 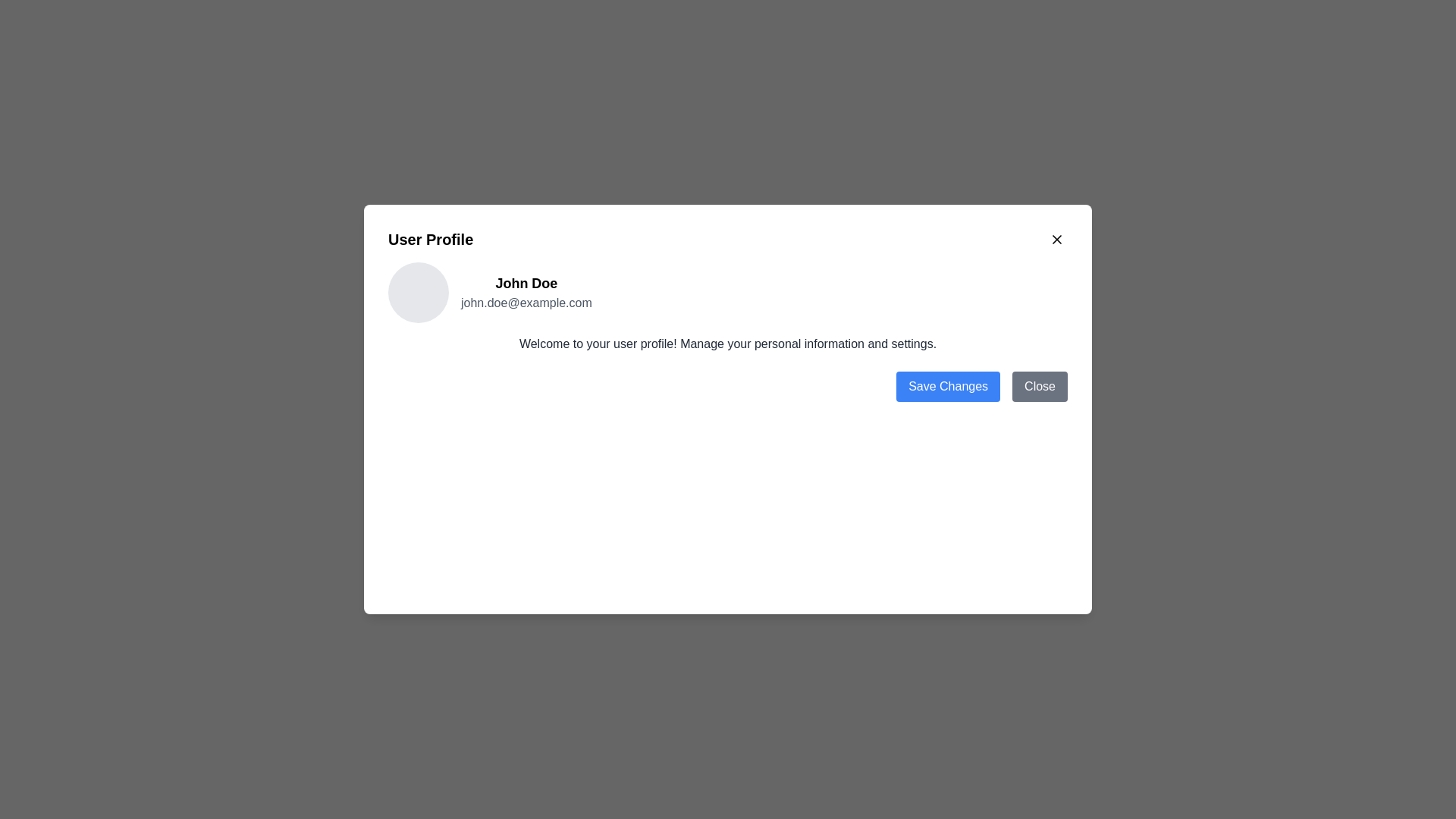 I want to click on the button located in the bottom-right section of the modal dialog, which dismisses the modal without saving changes, so click(x=1039, y=385).